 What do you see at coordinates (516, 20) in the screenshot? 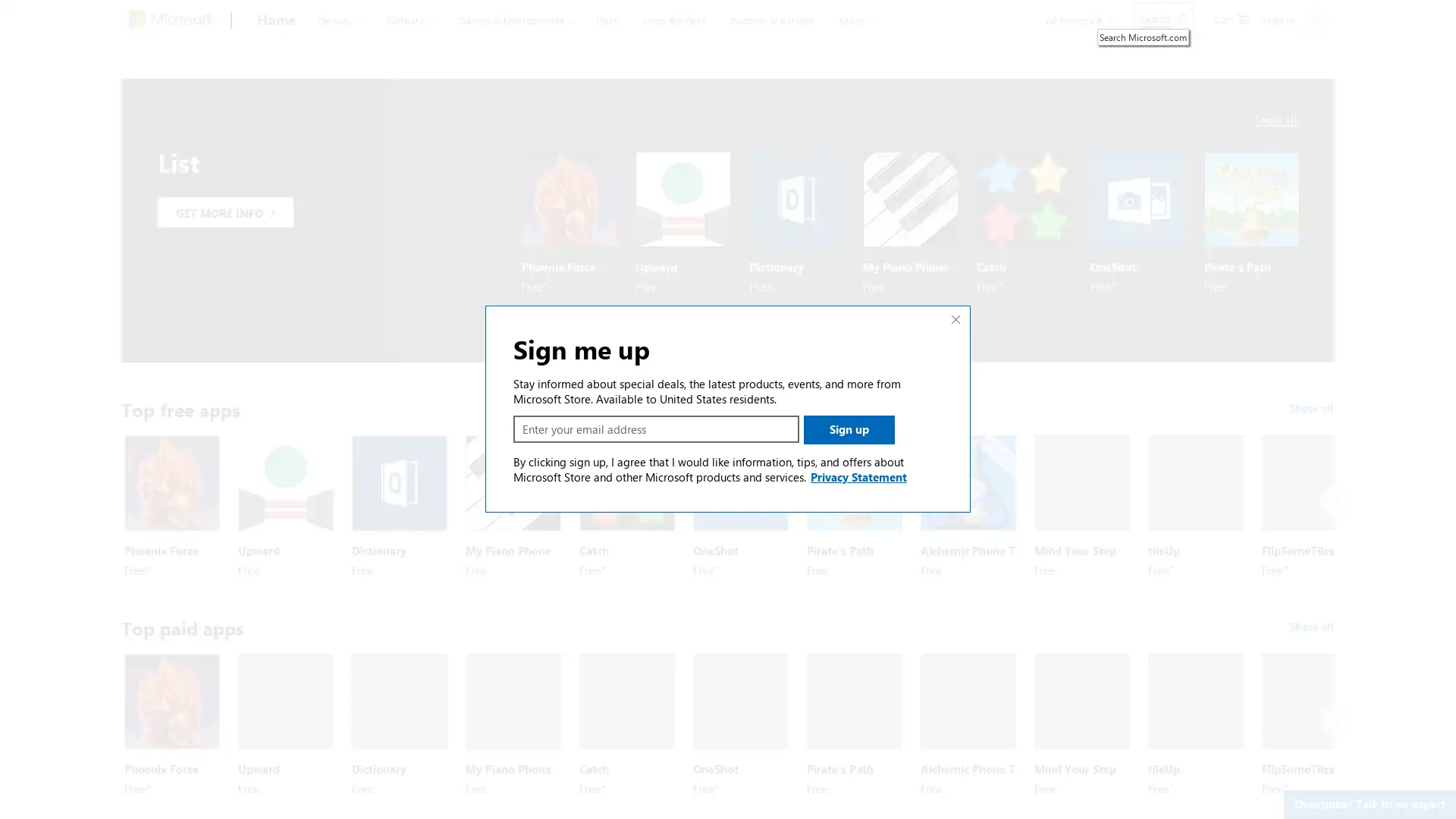
I see `Games & Entertainment` at bounding box center [516, 20].